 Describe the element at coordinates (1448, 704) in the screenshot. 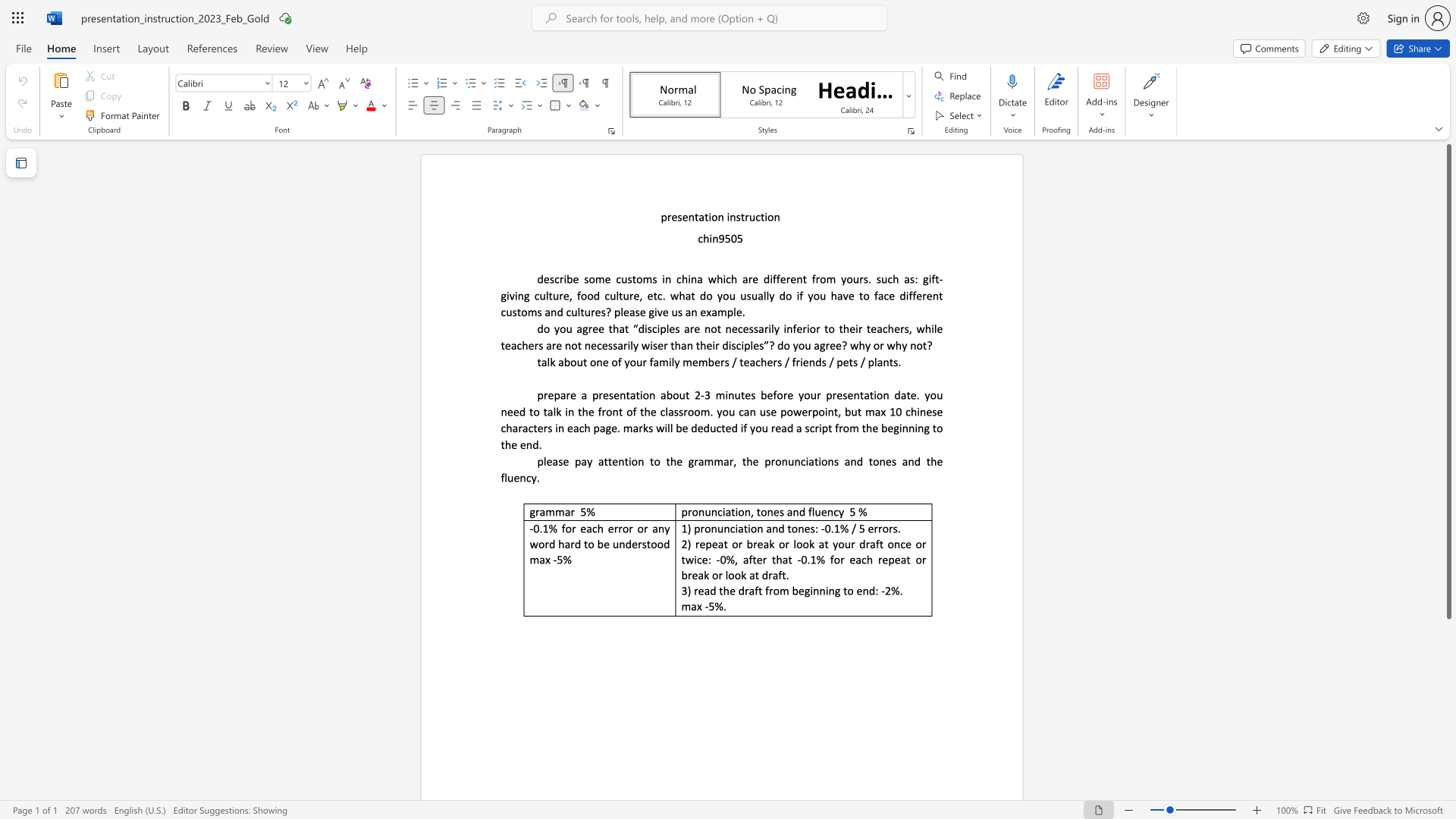

I see `the right-hand scrollbar to descend the page` at that location.